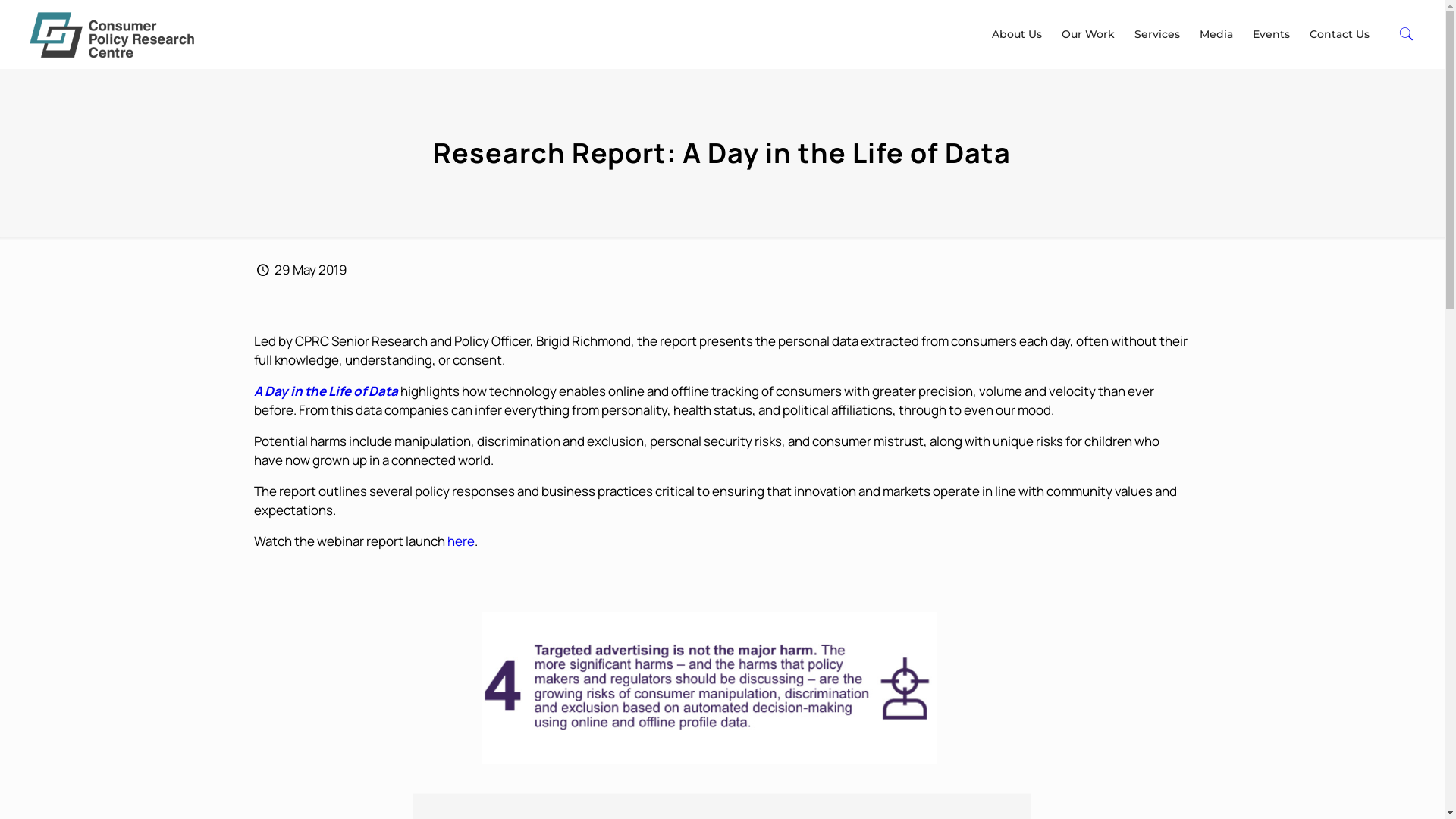  I want to click on 'About Us', so click(982, 34).